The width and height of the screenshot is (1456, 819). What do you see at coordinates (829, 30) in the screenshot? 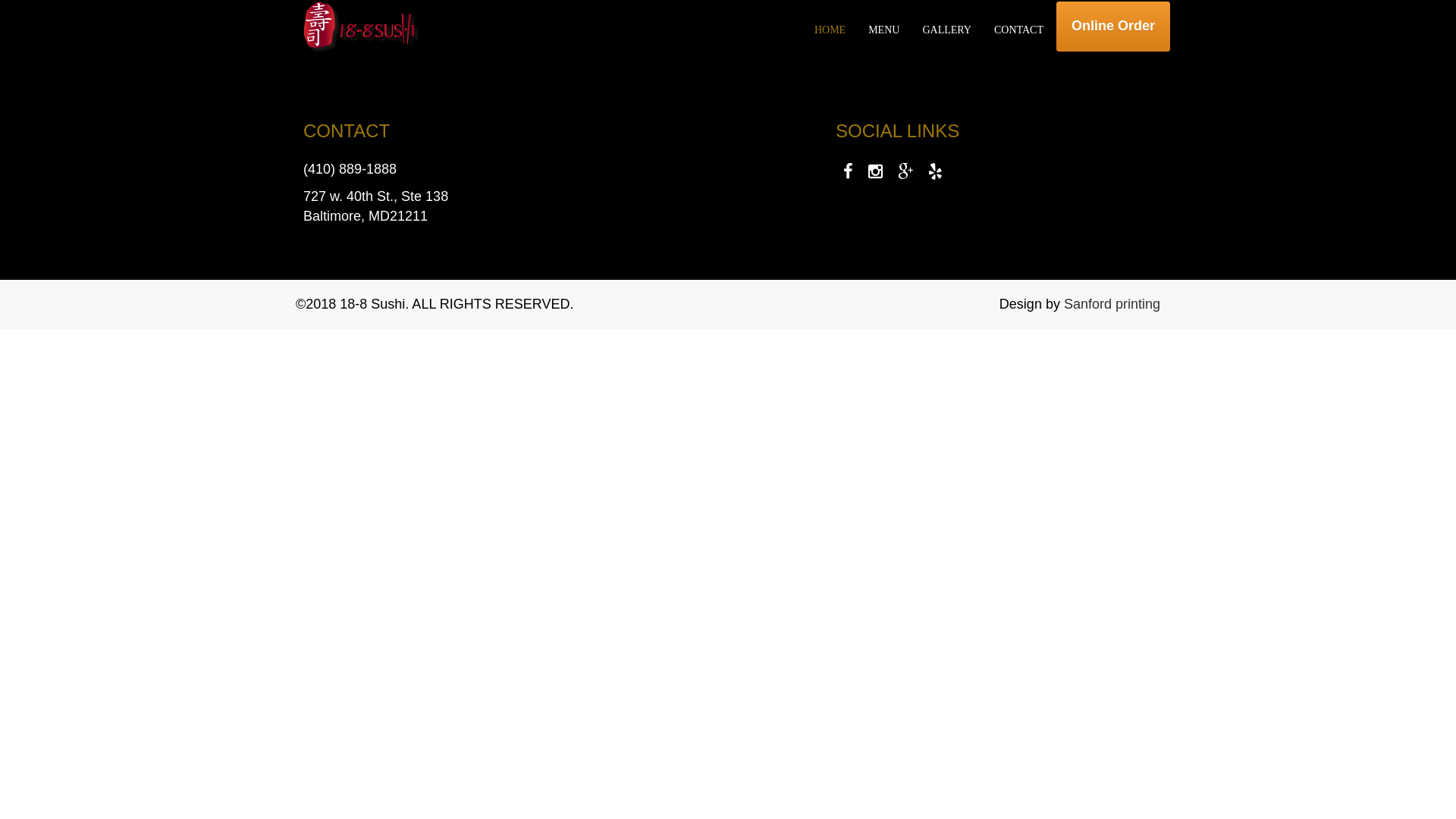
I see `'HOME'` at bounding box center [829, 30].